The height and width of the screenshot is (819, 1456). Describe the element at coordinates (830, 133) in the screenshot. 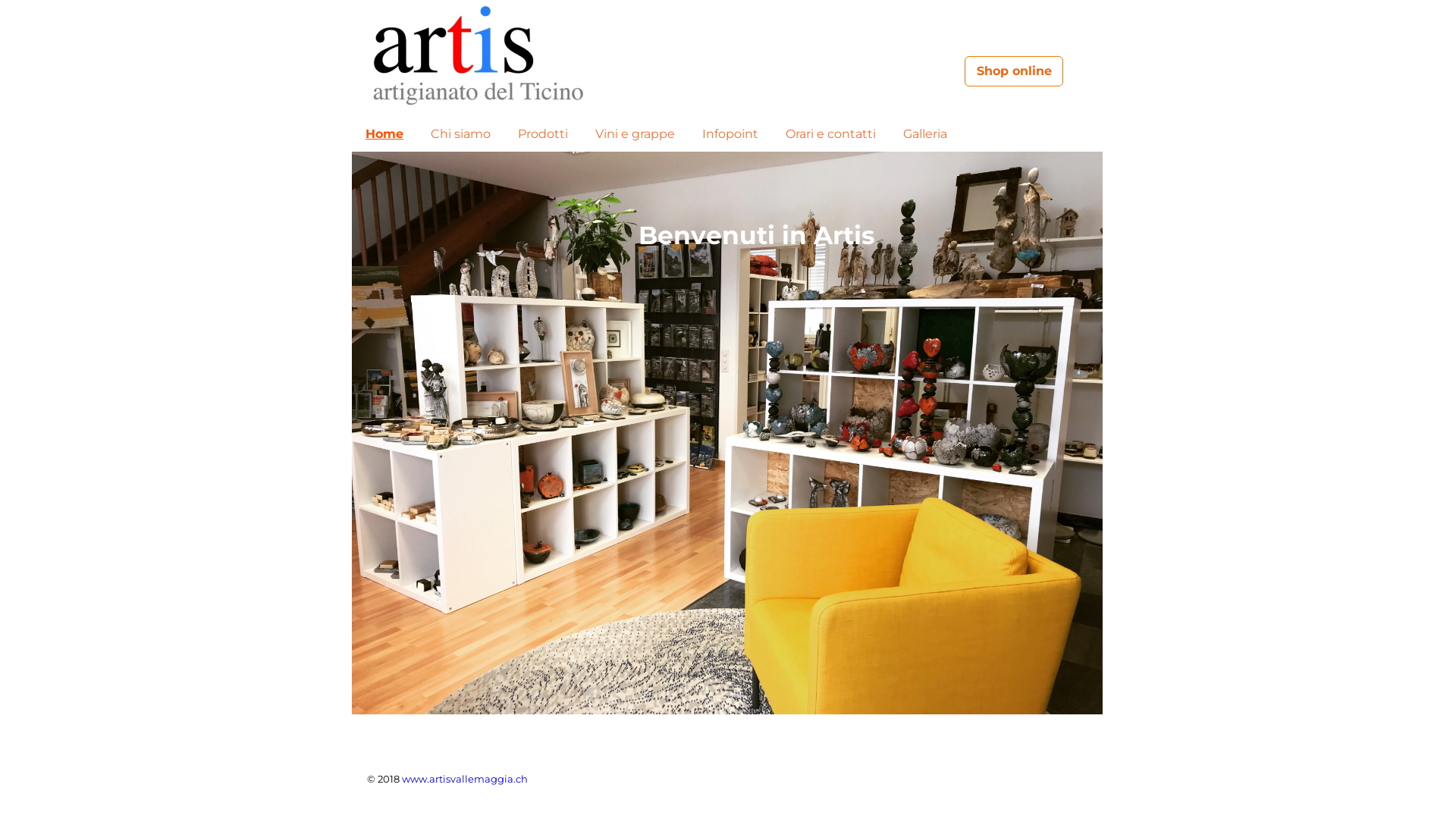

I see `'Orari e contatti'` at that location.